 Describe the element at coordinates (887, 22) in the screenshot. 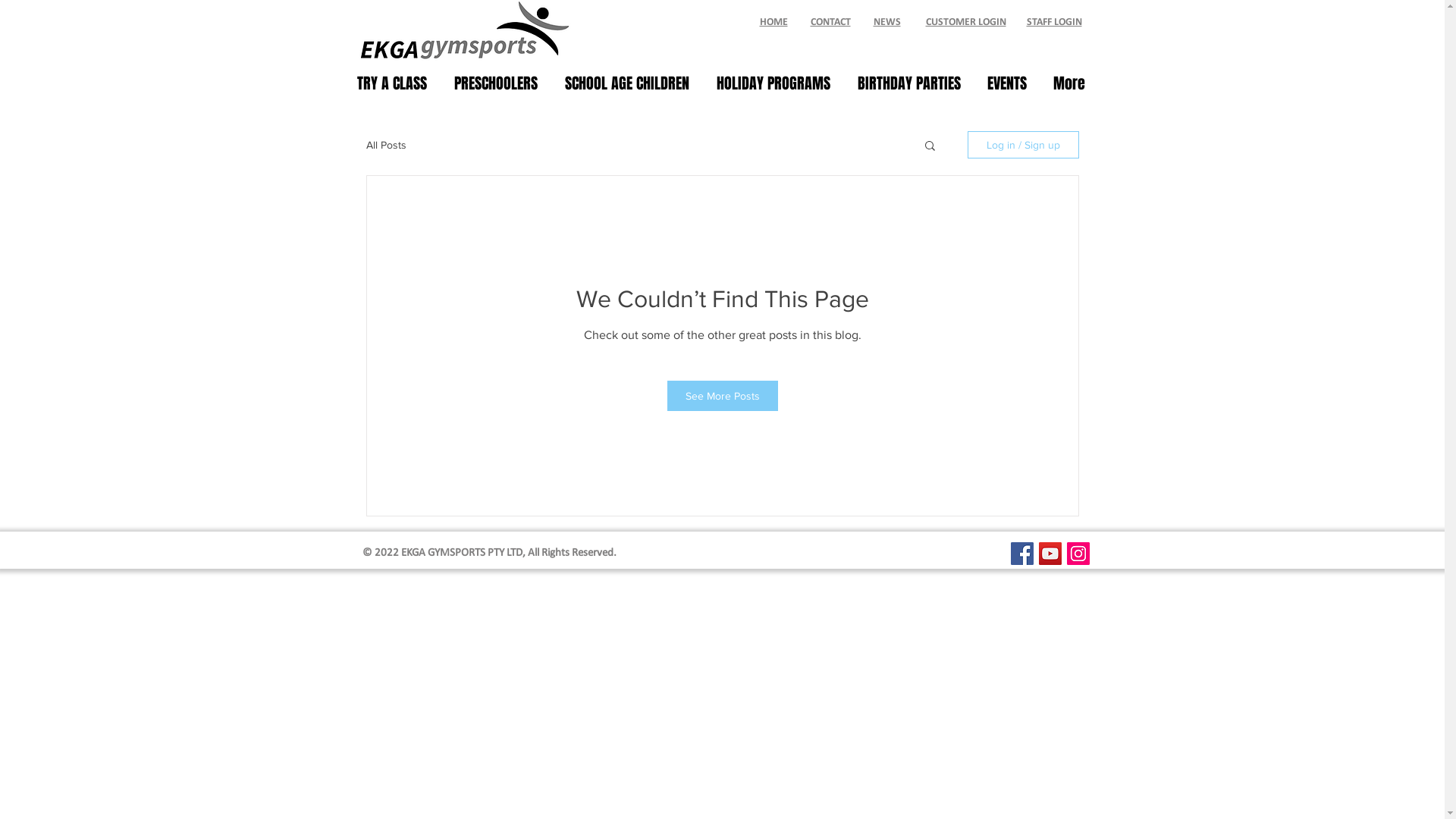

I see `'NEWS'` at that location.